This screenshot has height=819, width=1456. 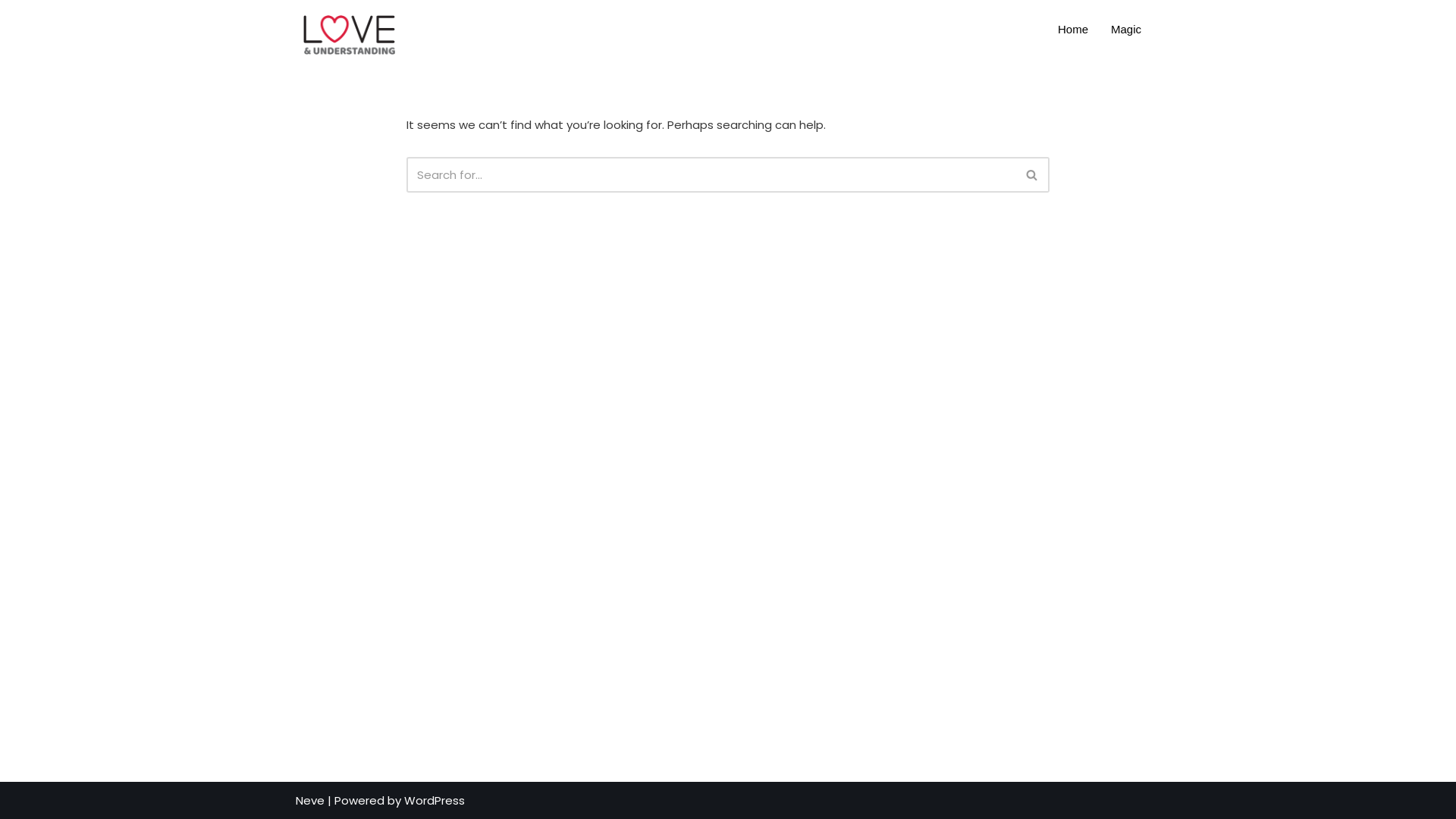 What do you see at coordinates (1072, 29) in the screenshot?
I see `'Home'` at bounding box center [1072, 29].